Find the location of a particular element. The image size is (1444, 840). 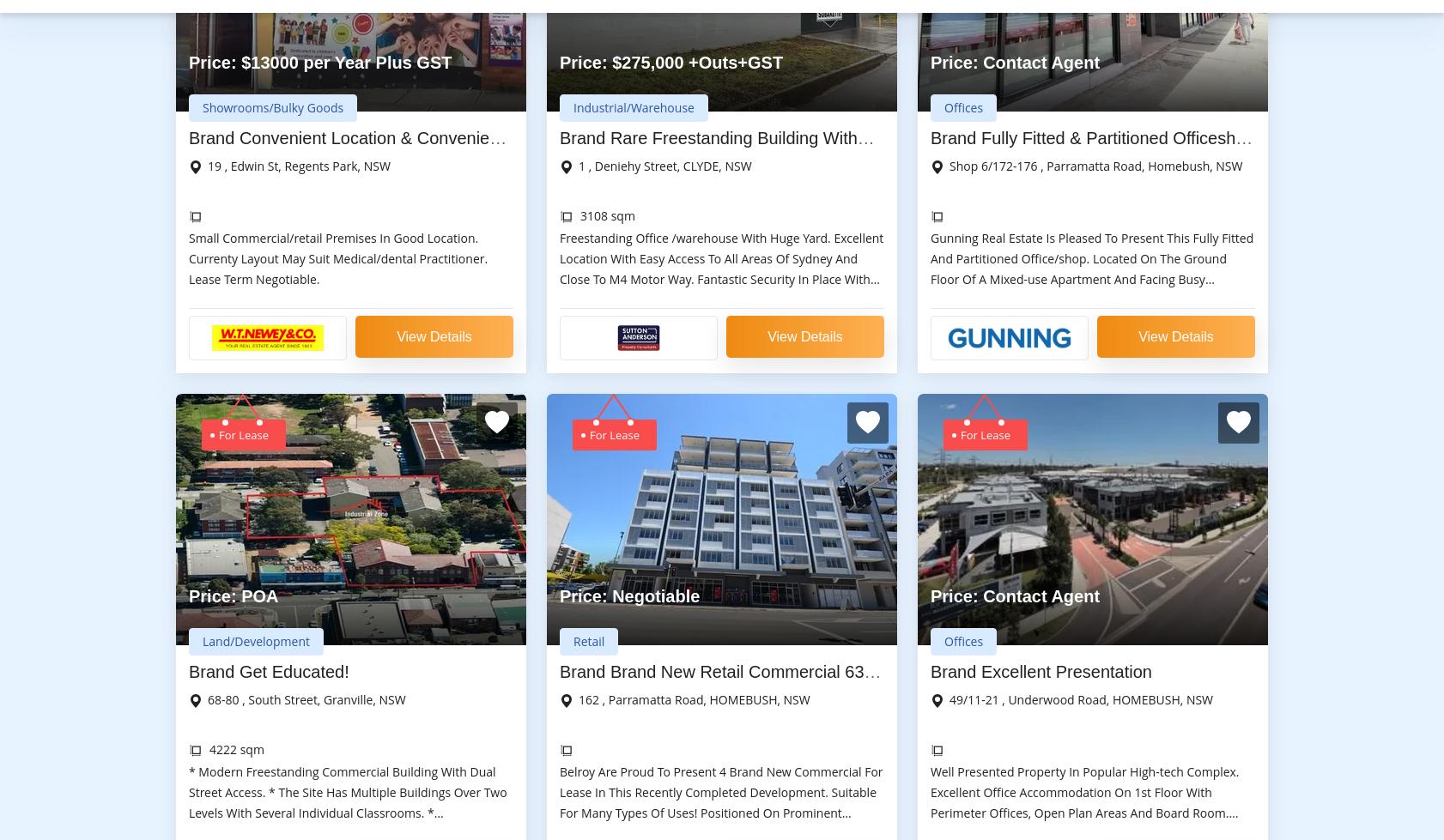

'About us on' is located at coordinates (215, 680).